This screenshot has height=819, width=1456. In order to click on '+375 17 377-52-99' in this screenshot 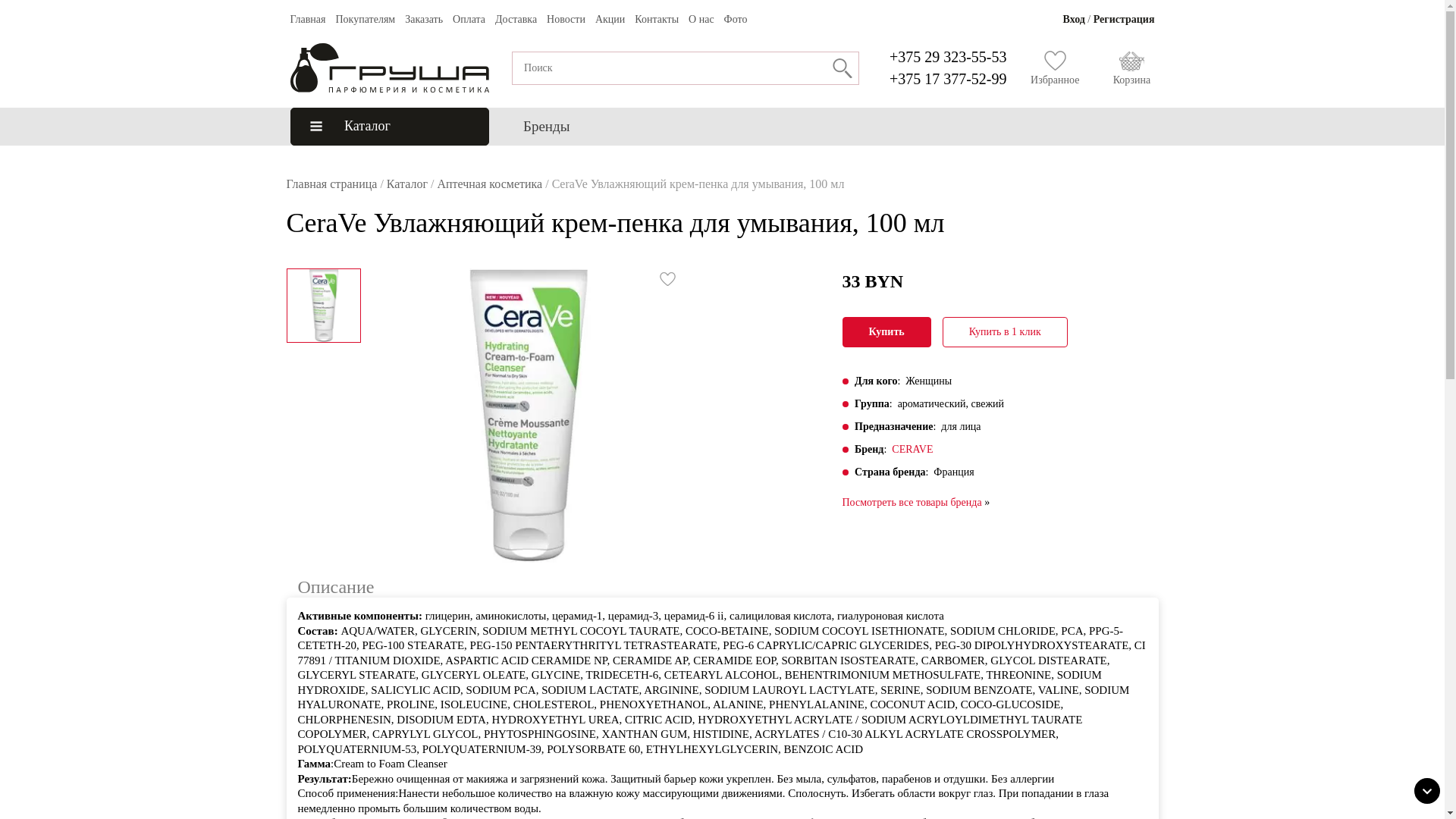, I will do `click(947, 78)`.